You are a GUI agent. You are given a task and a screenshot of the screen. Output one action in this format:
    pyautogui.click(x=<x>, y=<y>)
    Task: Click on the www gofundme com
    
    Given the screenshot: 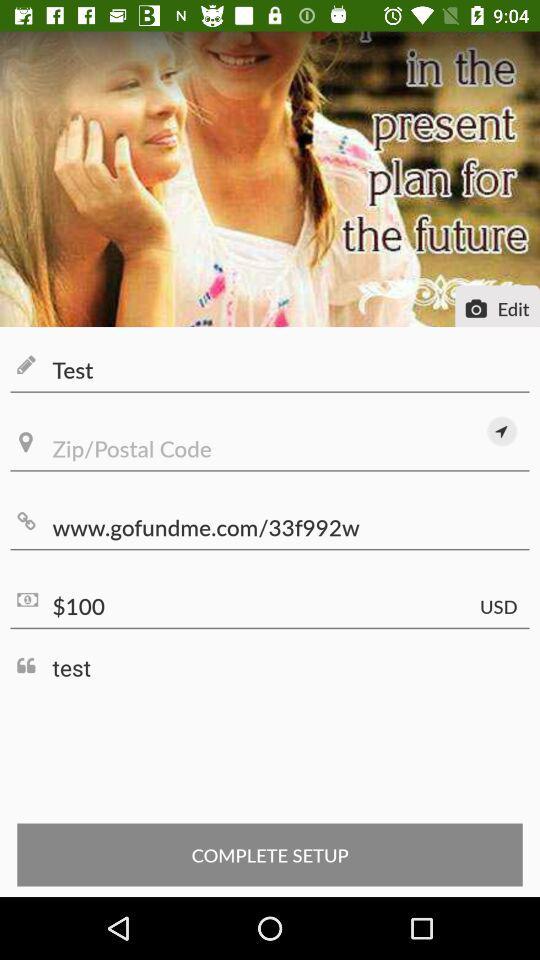 What is the action you would take?
    pyautogui.click(x=270, y=526)
    